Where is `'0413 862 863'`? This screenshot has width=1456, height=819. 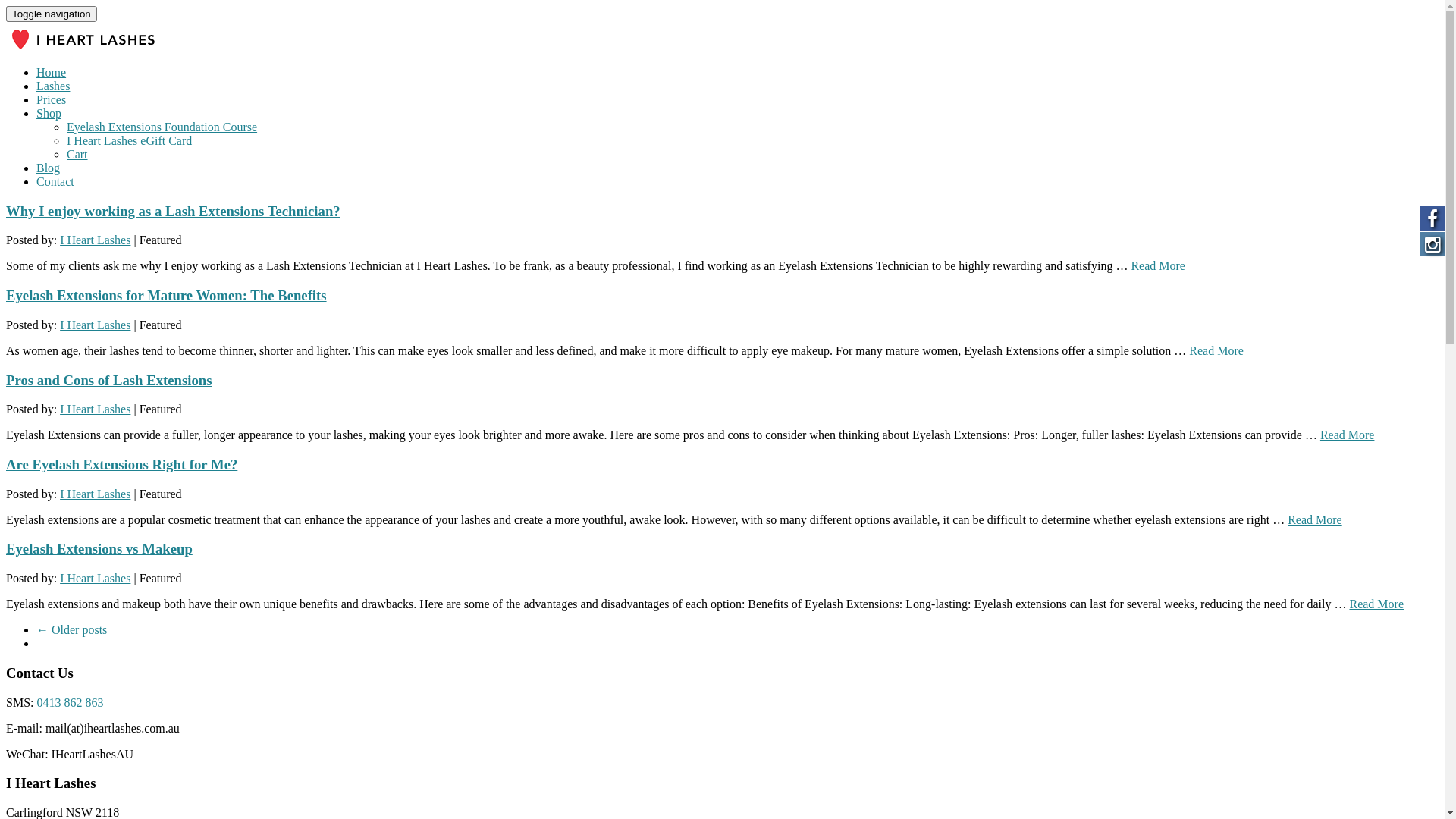
'0413 862 863' is located at coordinates (36, 702).